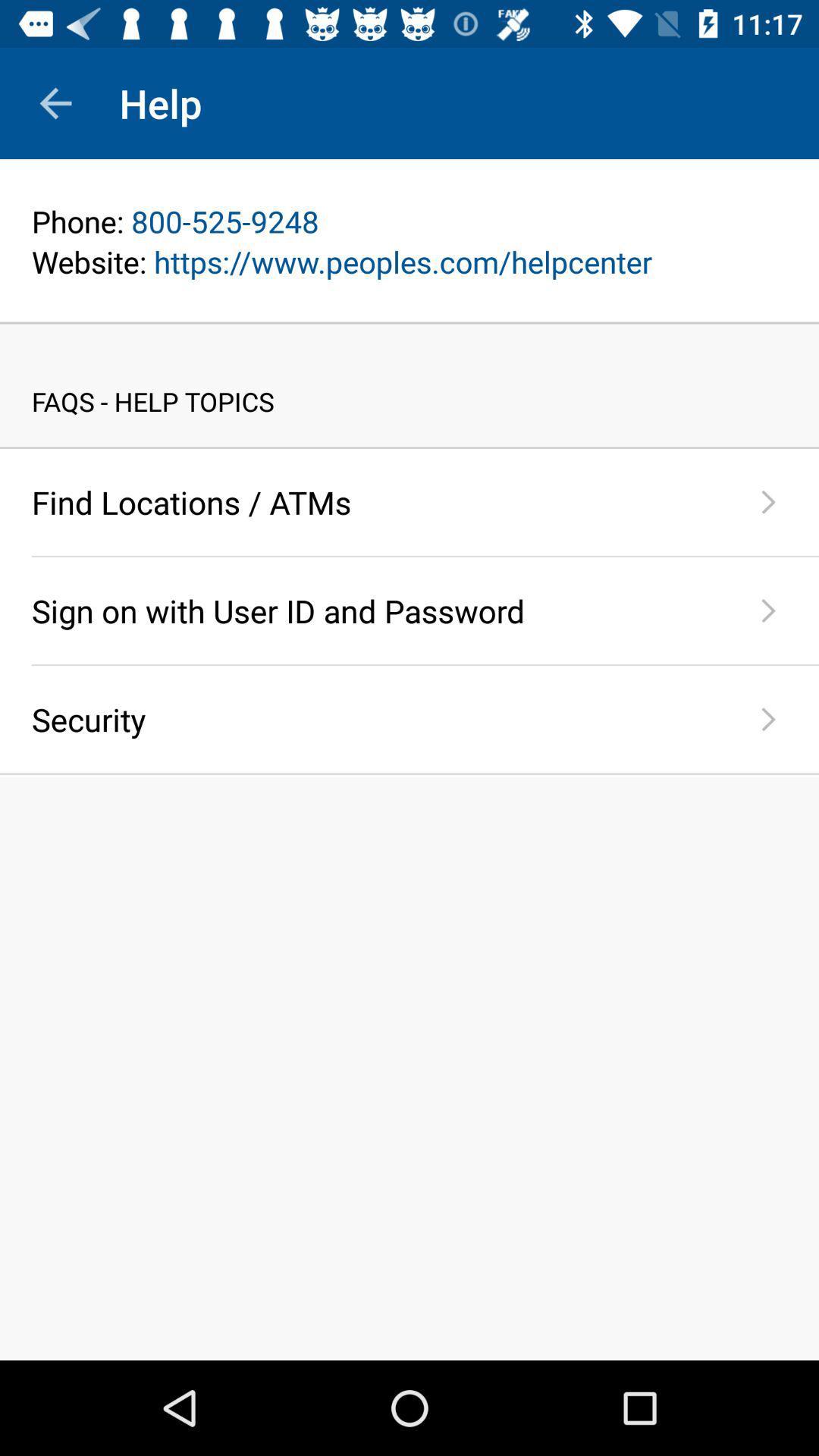  What do you see at coordinates (55, 102) in the screenshot?
I see `the icon to the left of help` at bounding box center [55, 102].